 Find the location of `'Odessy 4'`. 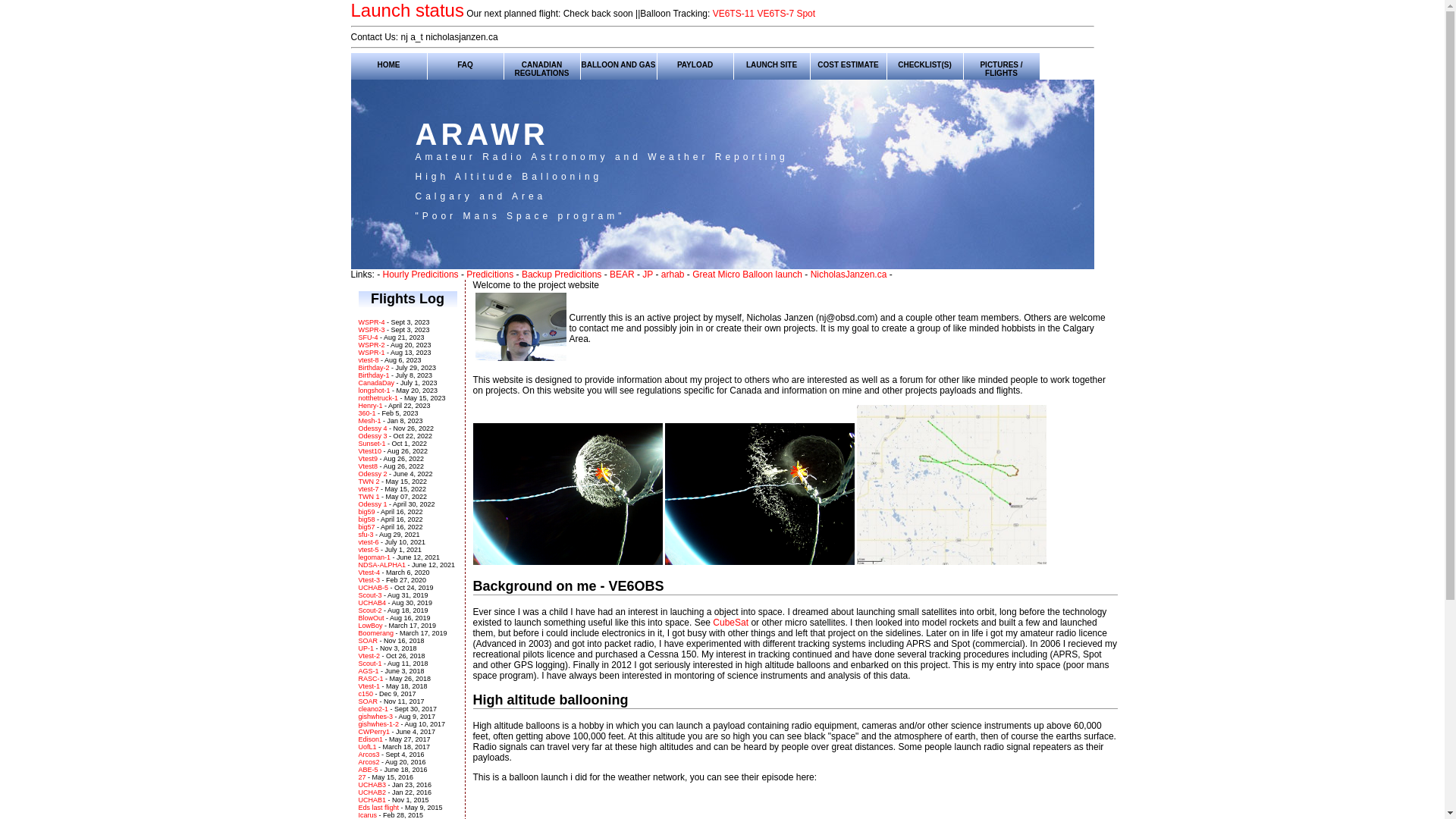

'Odessy 4' is located at coordinates (372, 428).